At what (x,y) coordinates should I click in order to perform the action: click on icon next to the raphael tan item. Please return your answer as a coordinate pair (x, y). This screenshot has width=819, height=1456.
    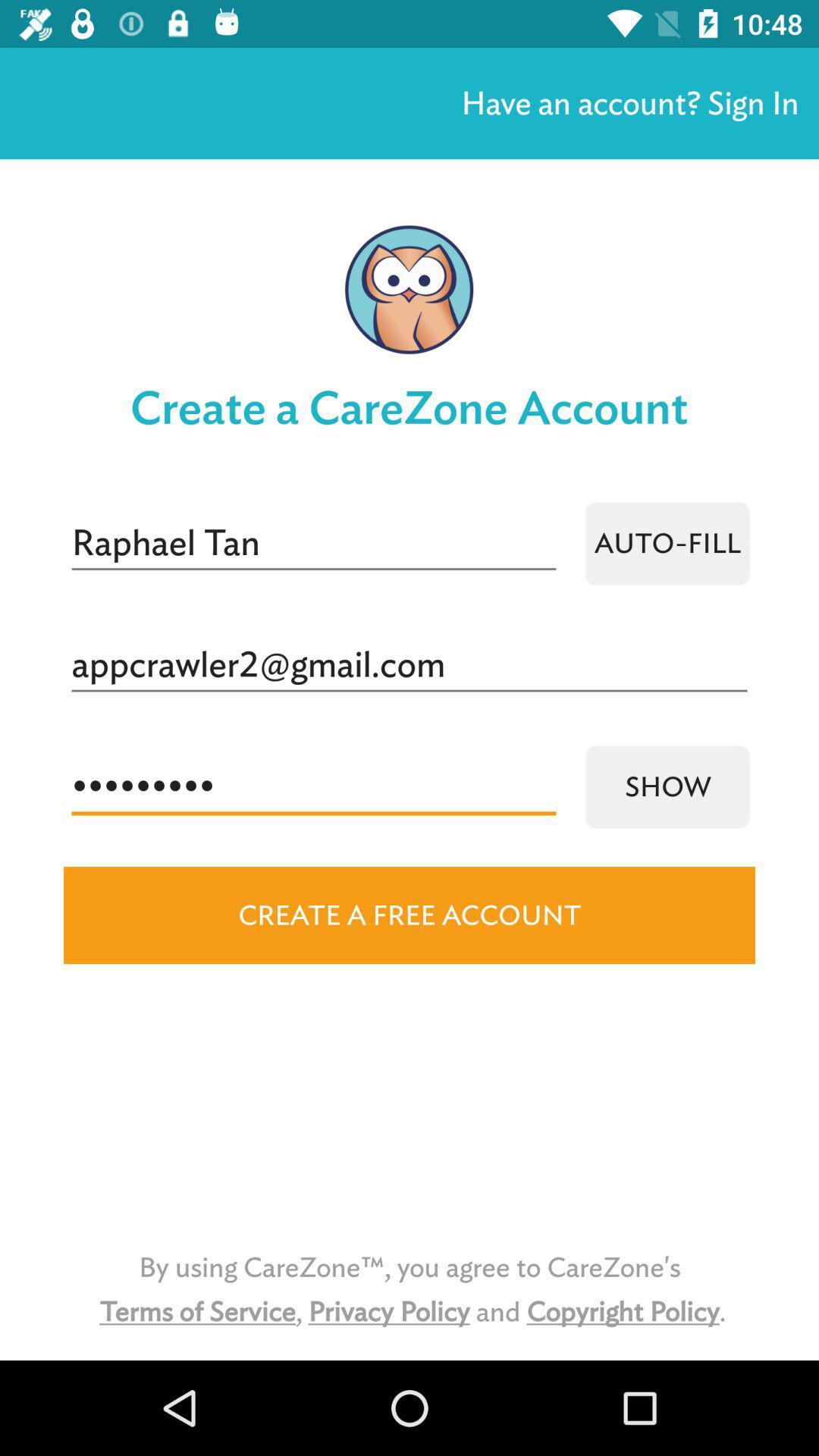
    Looking at the image, I should click on (667, 543).